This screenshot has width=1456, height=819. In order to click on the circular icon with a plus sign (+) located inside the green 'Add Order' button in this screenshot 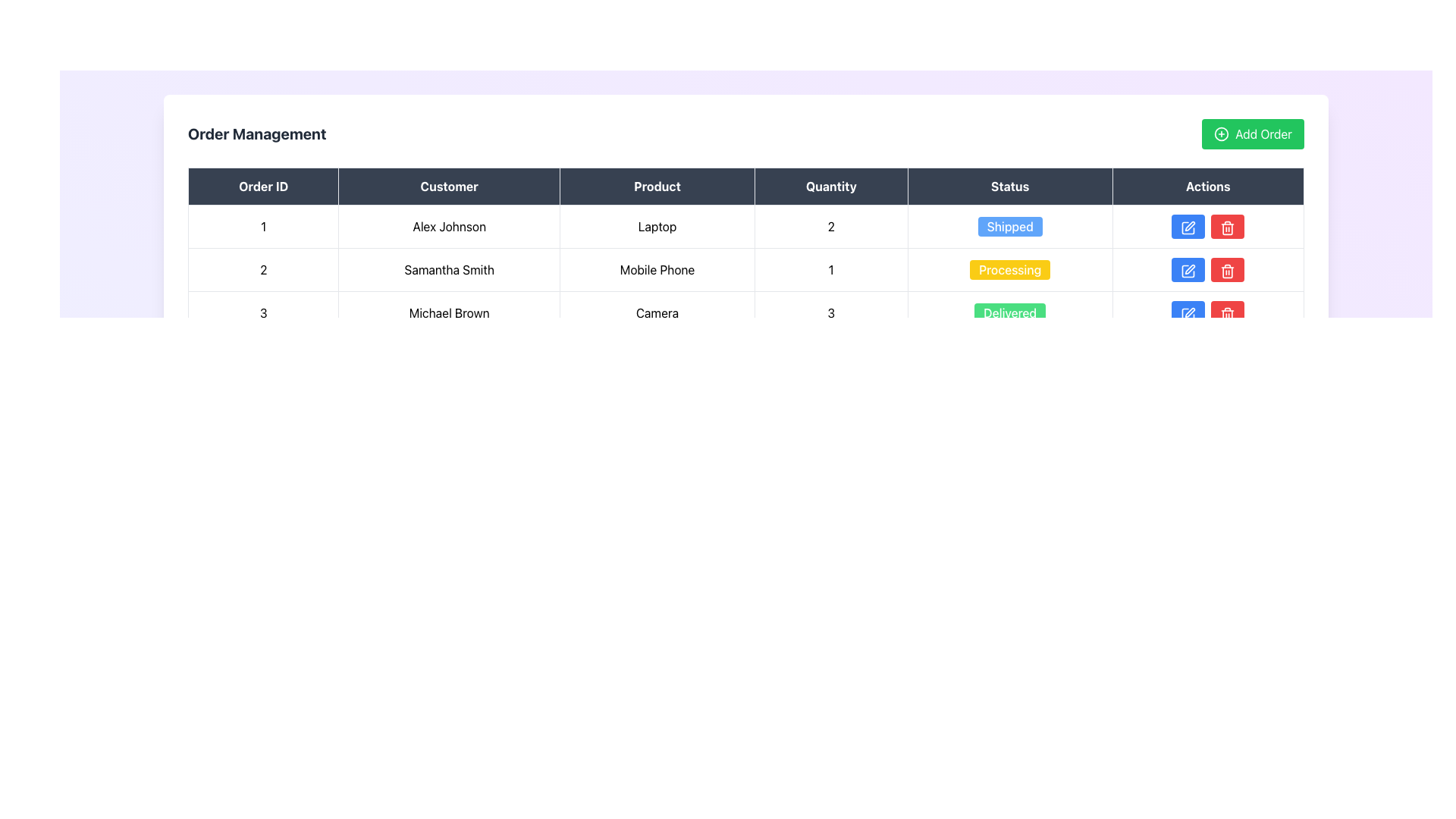, I will do `click(1222, 133)`.